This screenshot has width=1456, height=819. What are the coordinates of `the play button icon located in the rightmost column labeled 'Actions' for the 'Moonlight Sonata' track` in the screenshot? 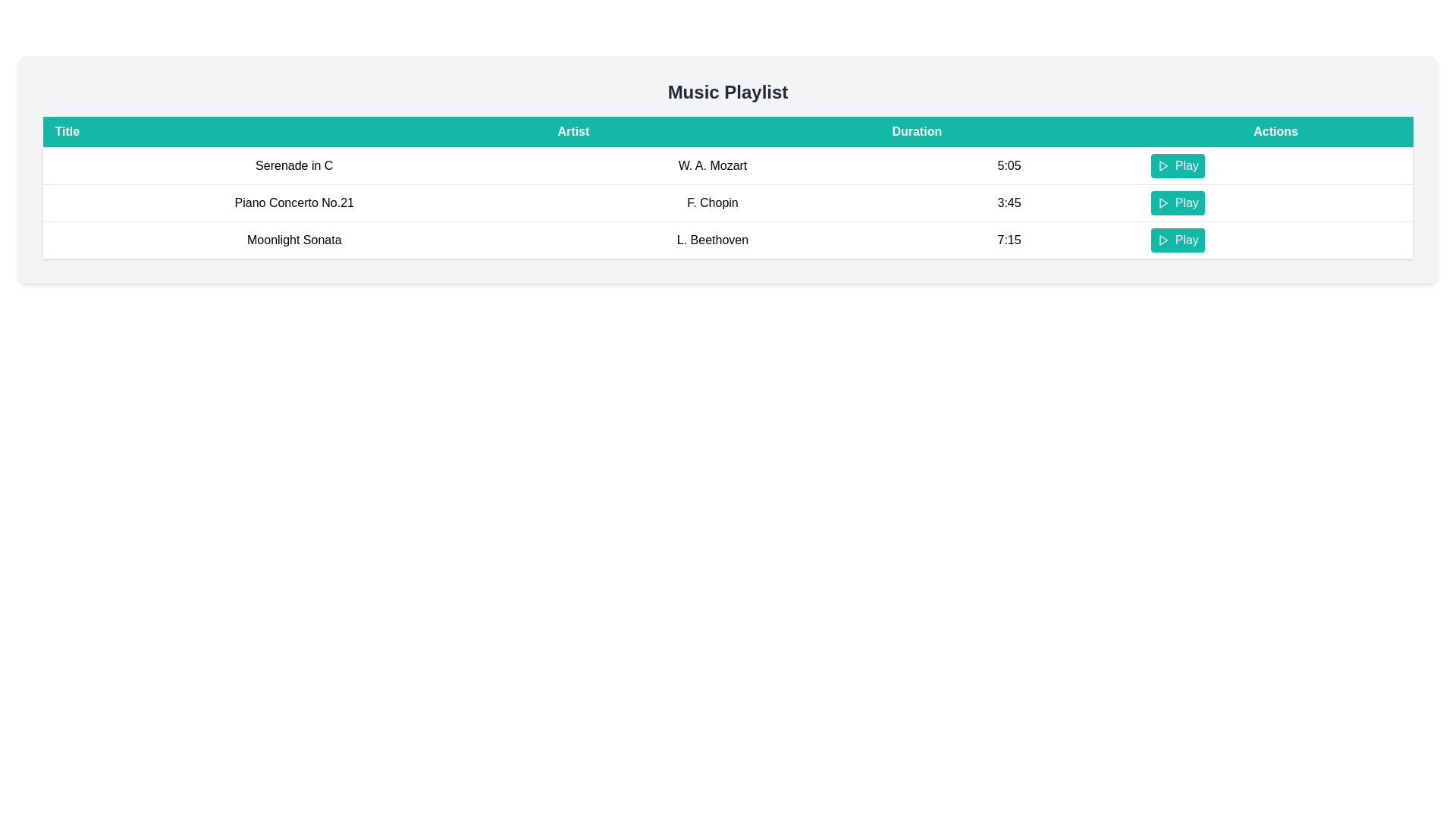 It's located at (1163, 239).